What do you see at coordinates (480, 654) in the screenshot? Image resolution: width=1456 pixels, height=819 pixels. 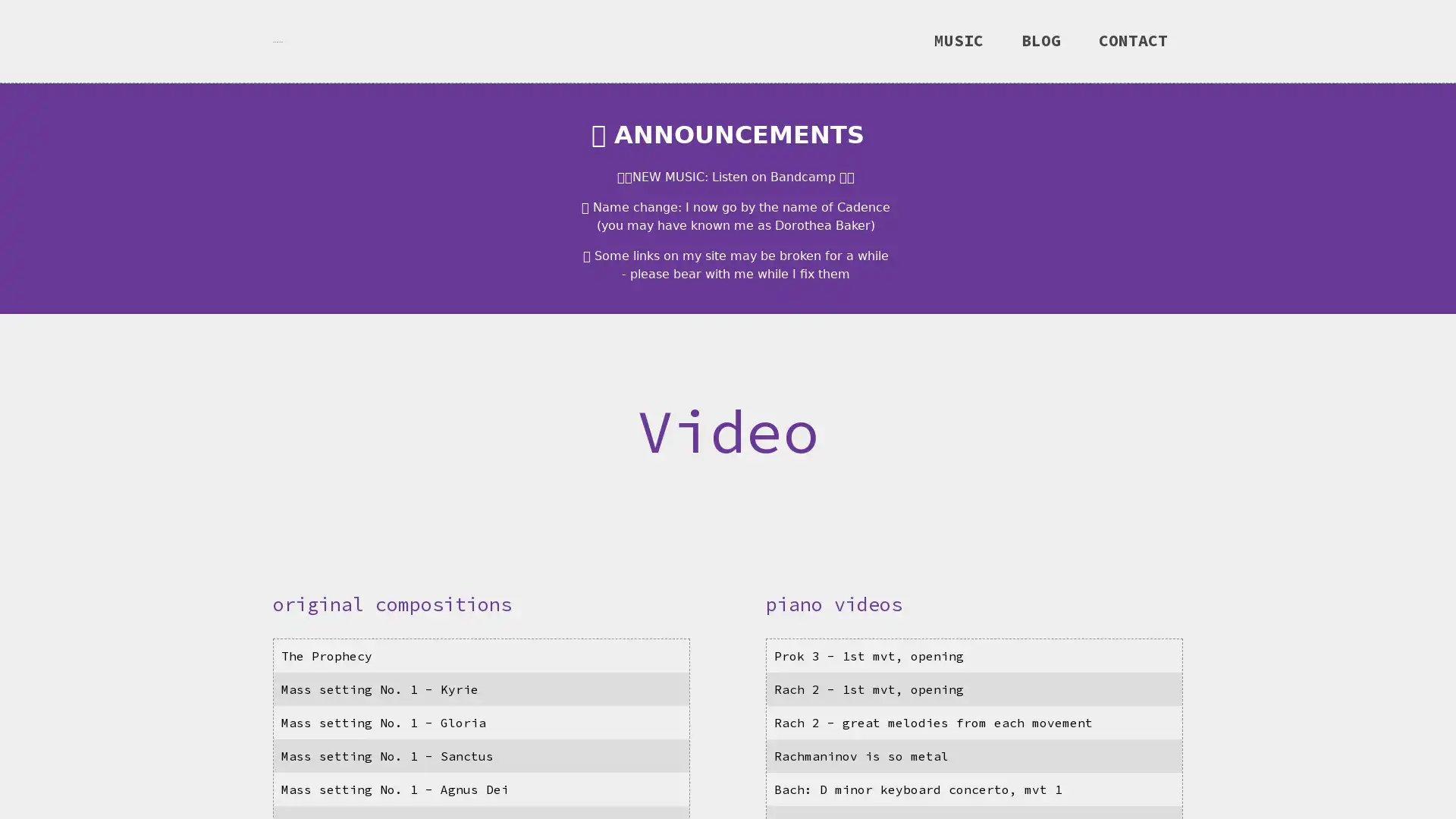 I see `video: The Prophecy` at bounding box center [480, 654].